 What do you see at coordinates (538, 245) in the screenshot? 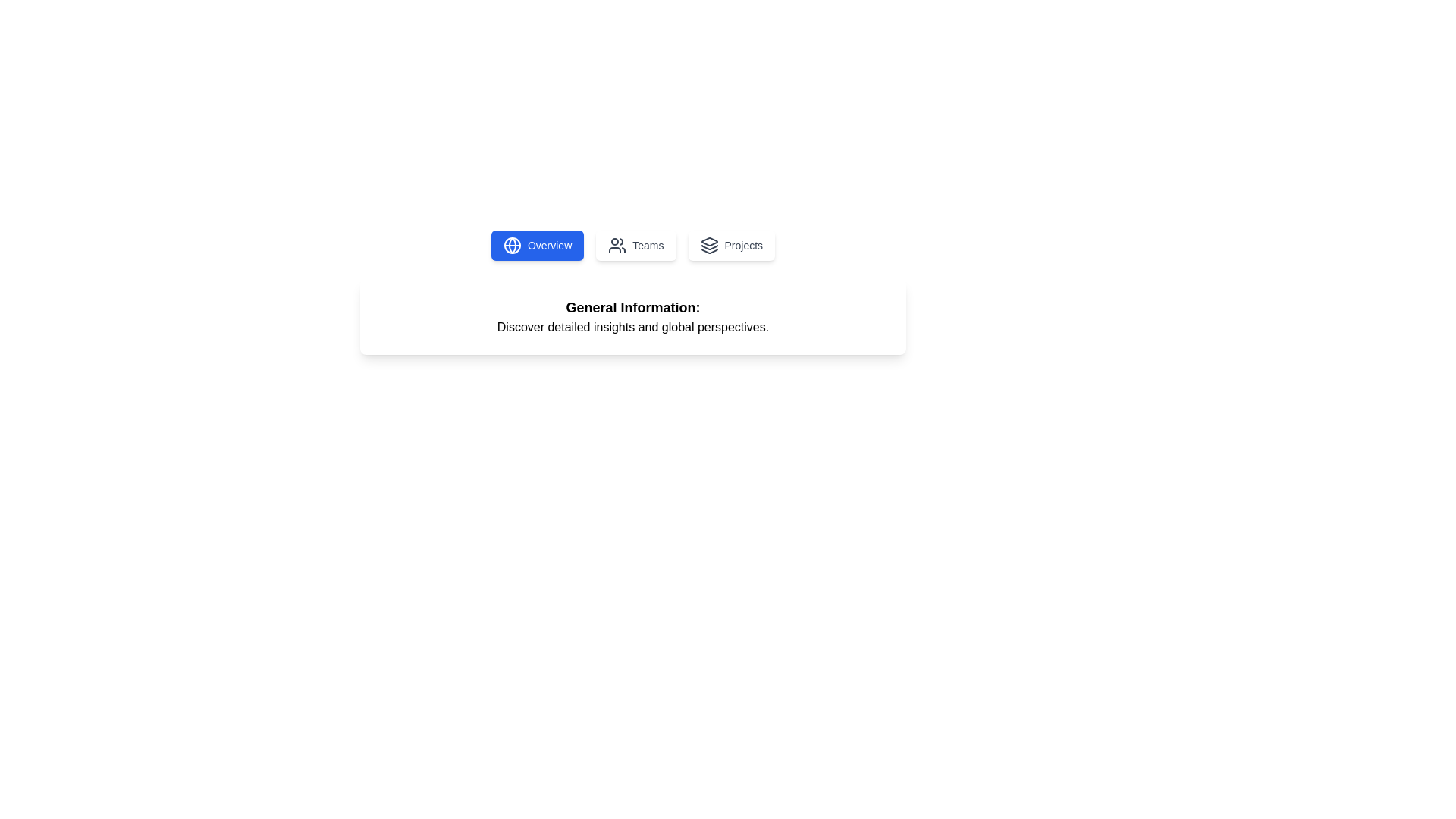
I see `the 'Overview' button, which has a blue background, white text, and a globe icon` at bounding box center [538, 245].